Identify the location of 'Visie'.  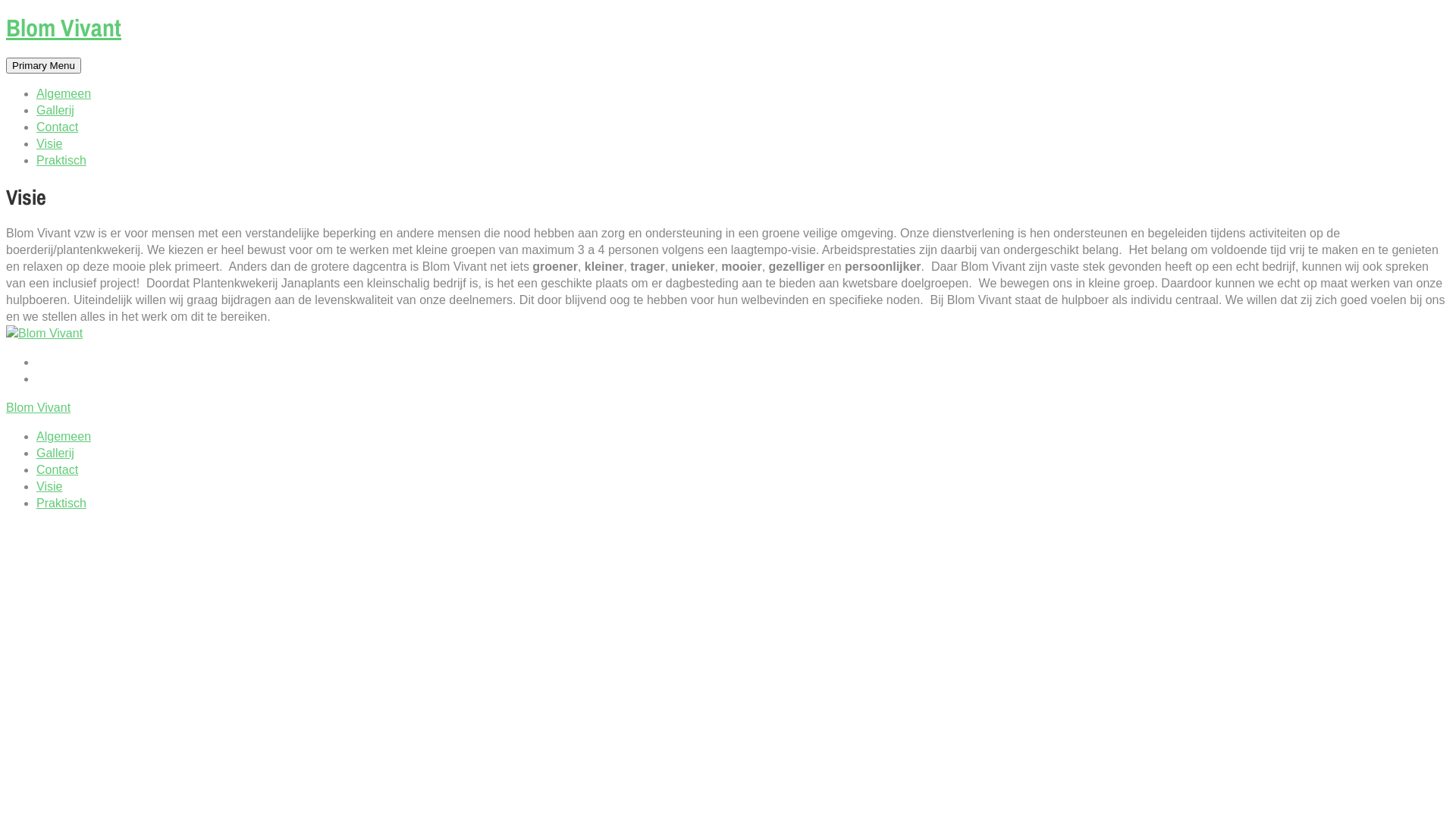
(49, 486).